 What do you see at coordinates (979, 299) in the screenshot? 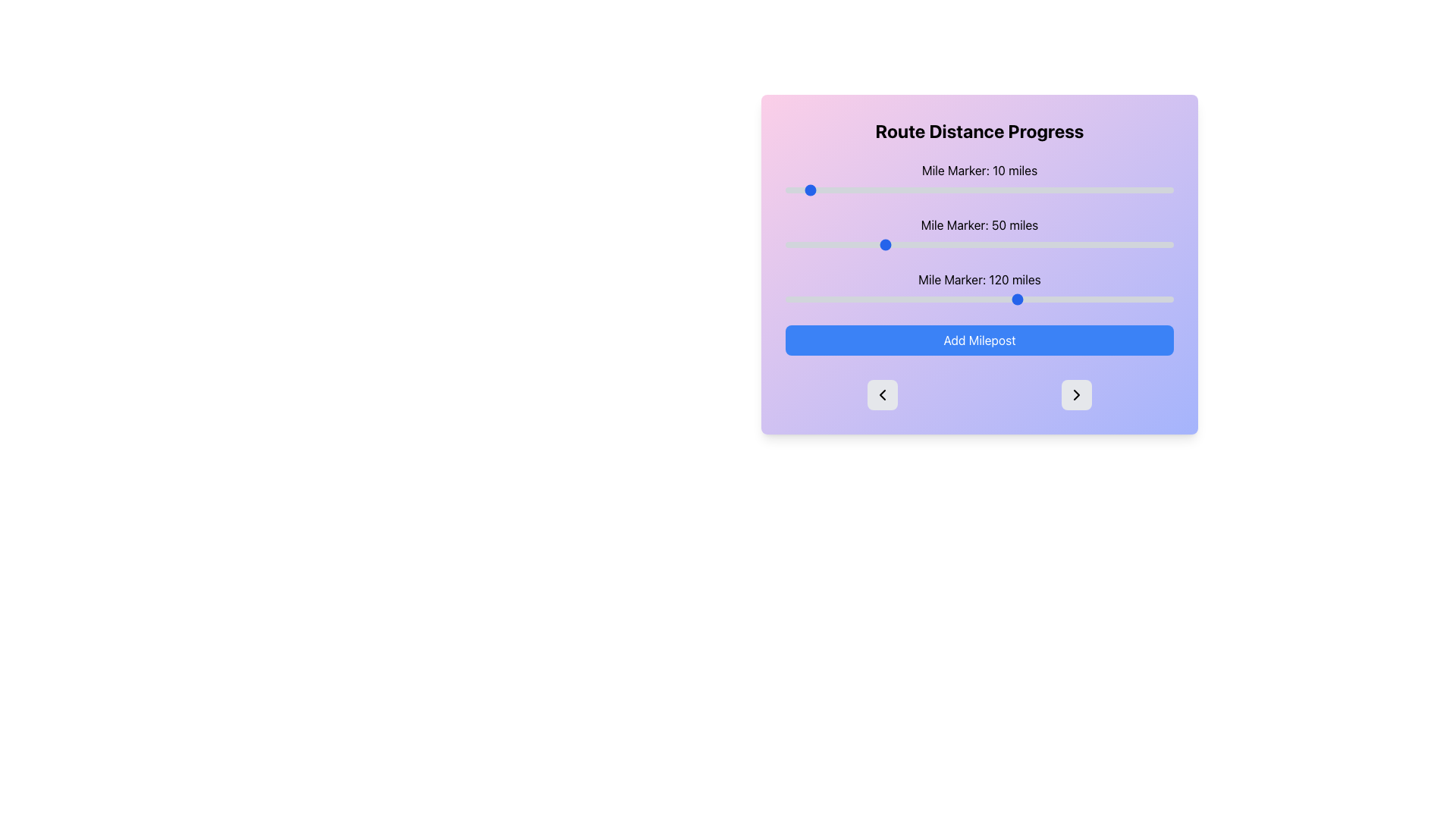
I see `the horizontal range slider with a blue handle located below the label 'Mile Marker: 120 miles' and aligned horizontally with it` at bounding box center [979, 299].